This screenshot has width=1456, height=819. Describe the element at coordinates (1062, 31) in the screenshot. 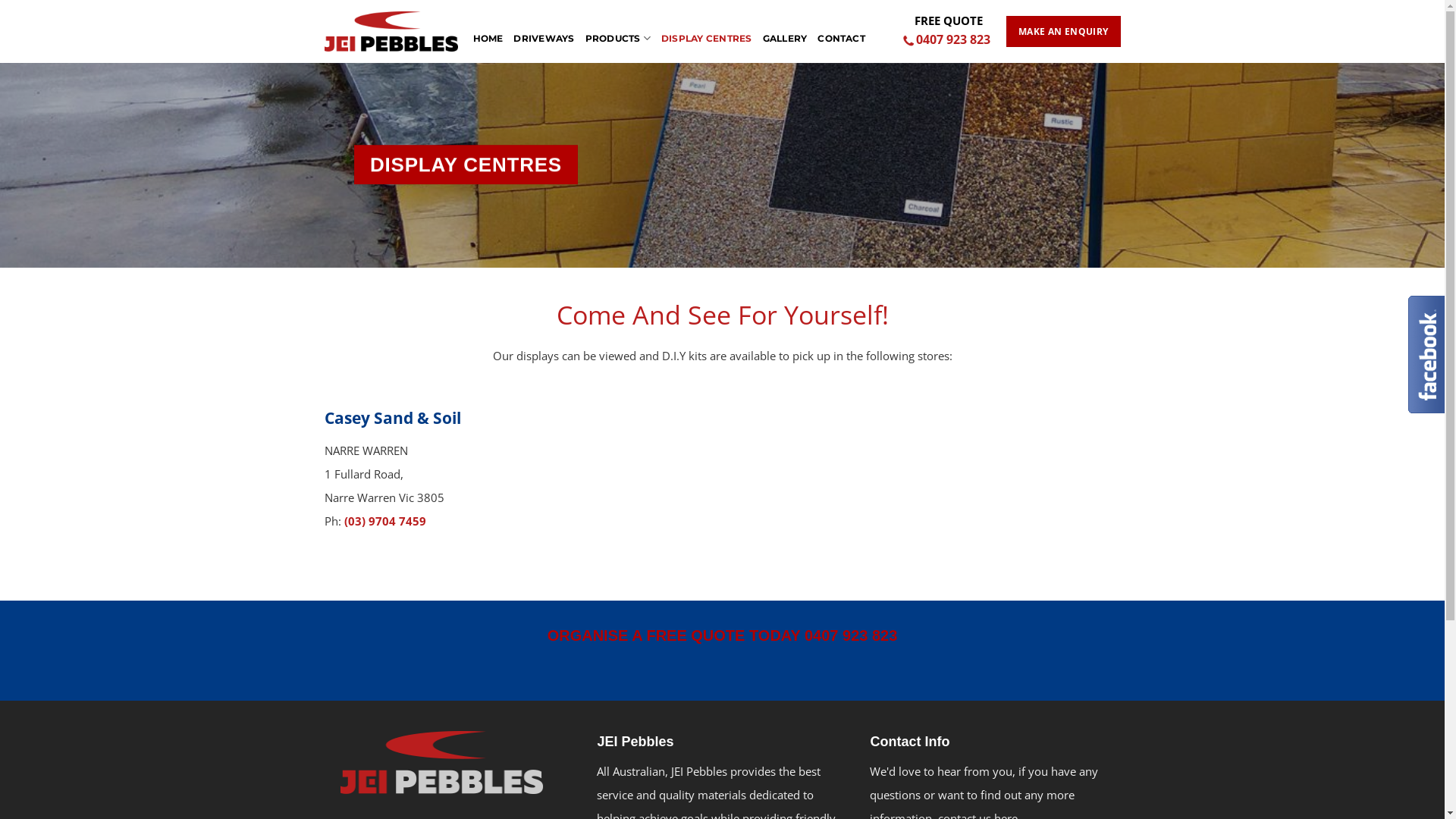

I see `'MAKE AN ENQUIRY'` at that location.